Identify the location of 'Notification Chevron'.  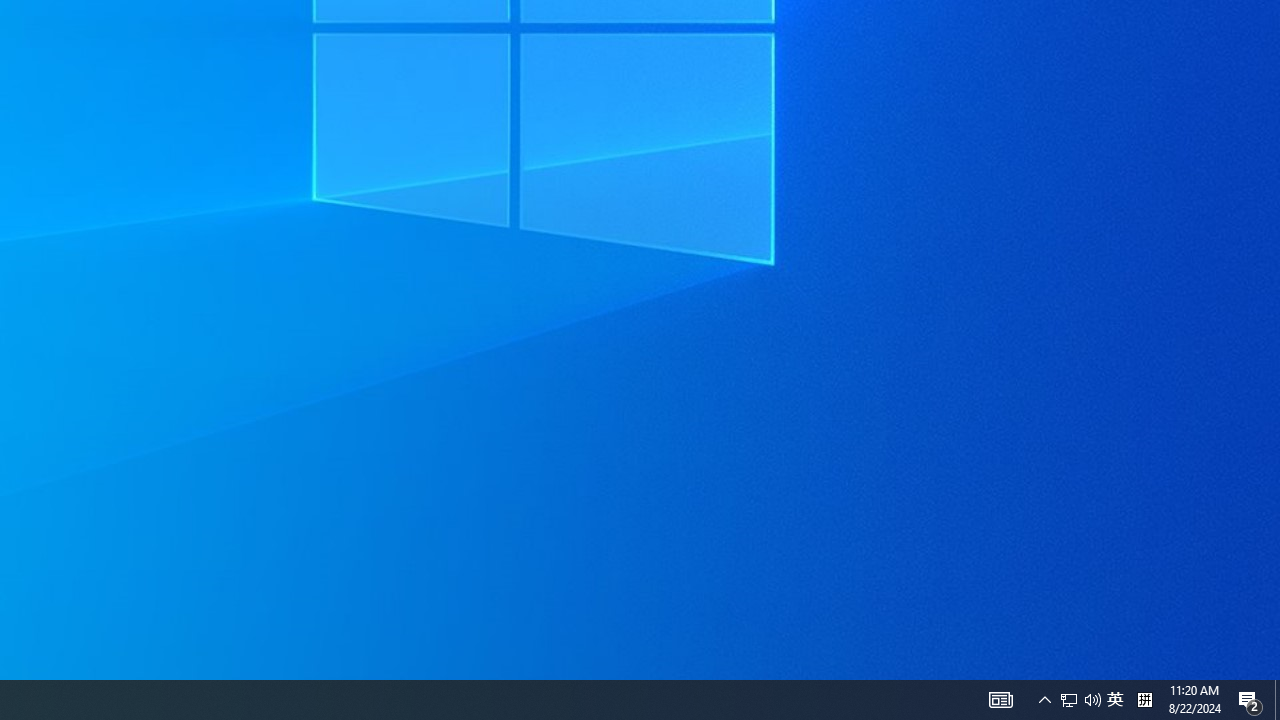
(1079, 698).